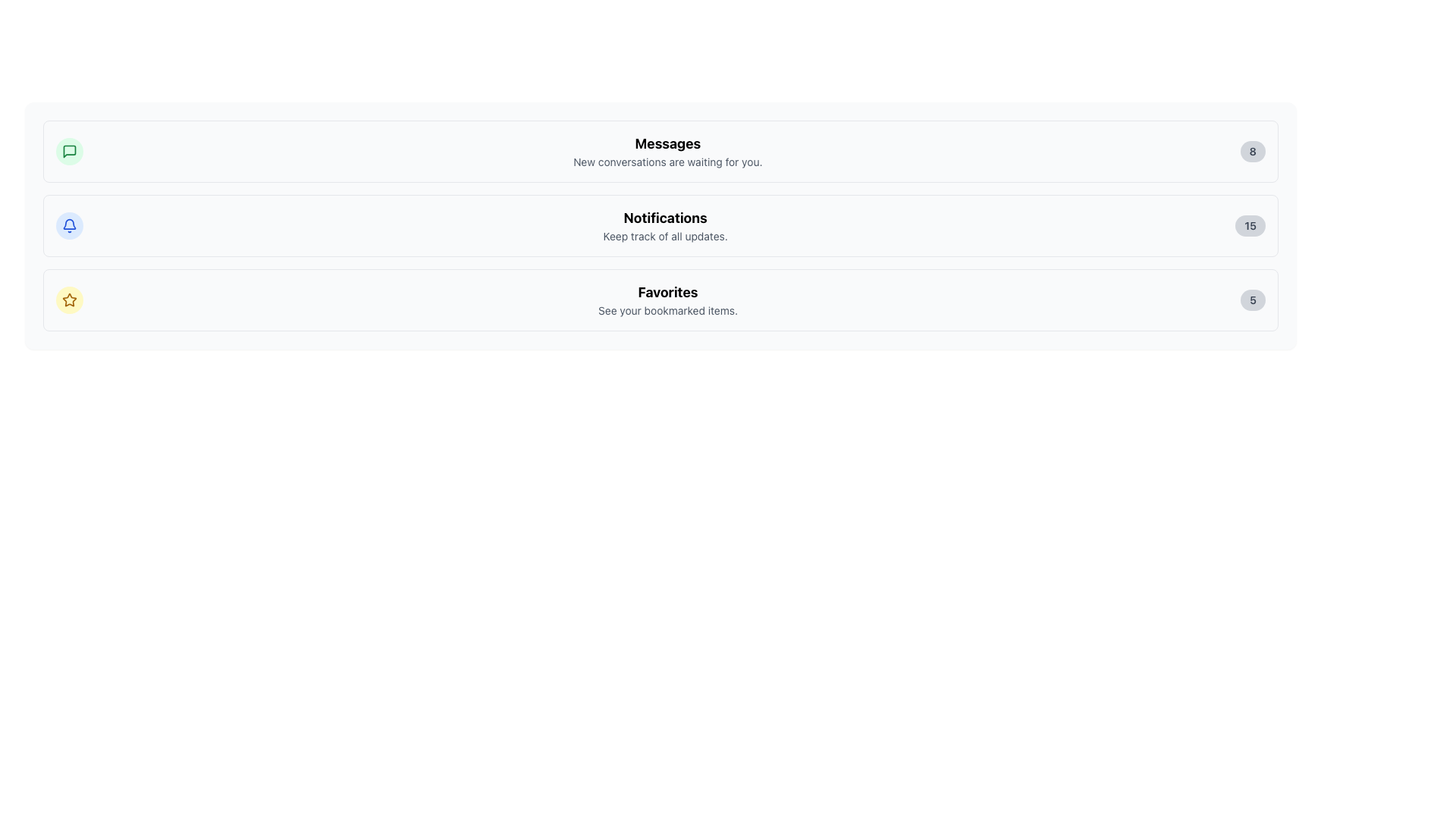  I want to click on text label containing the bold heading 'Notifications' and the subtitle 'Keep track of all updates.' to understand the information, so click(665, 225).